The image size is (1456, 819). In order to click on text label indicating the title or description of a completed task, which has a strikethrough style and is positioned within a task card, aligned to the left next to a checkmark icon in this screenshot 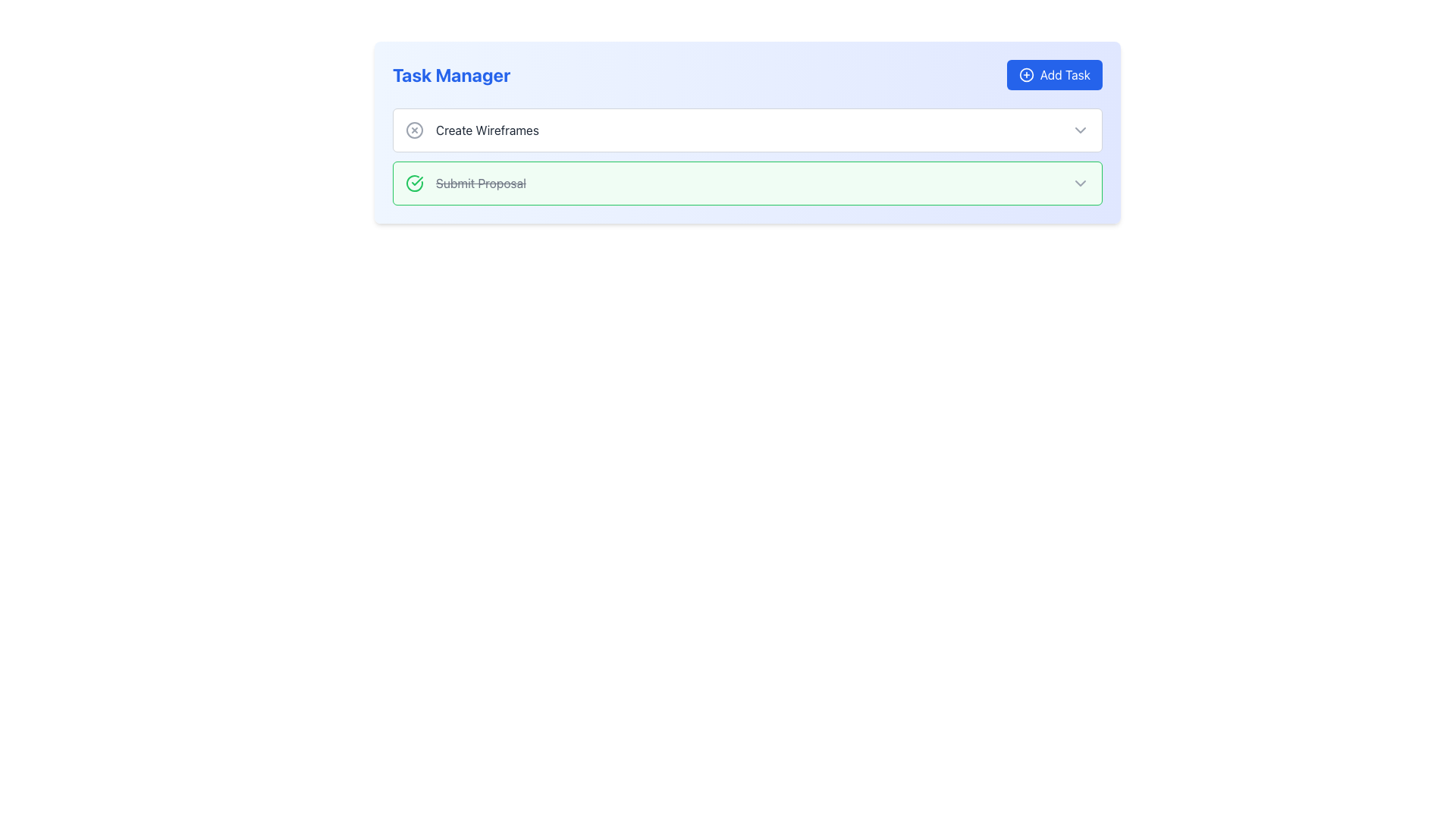, I will do `click(465, 183)`.